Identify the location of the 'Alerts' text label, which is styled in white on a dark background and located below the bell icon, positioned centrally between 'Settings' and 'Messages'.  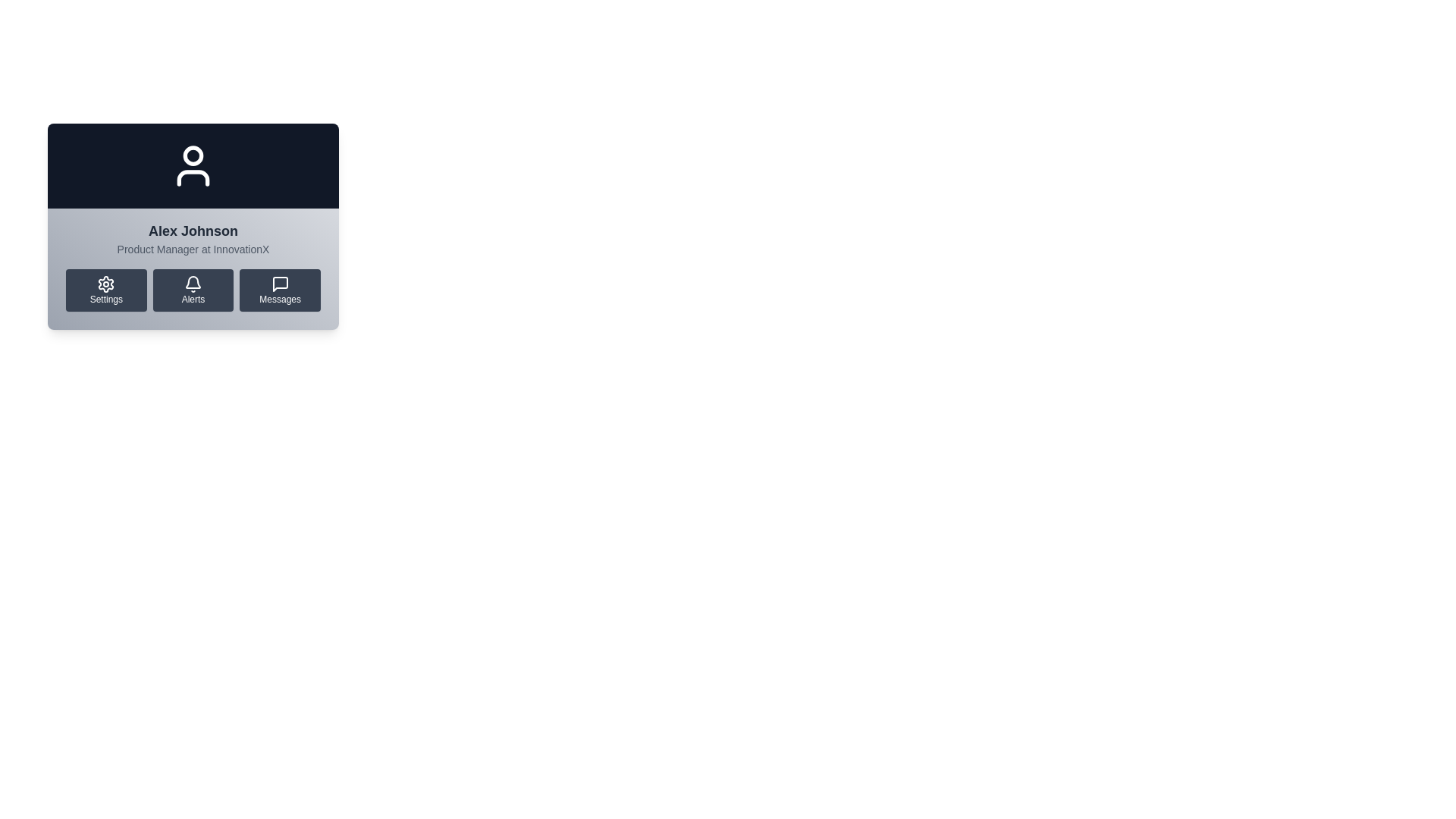
(192, 299).